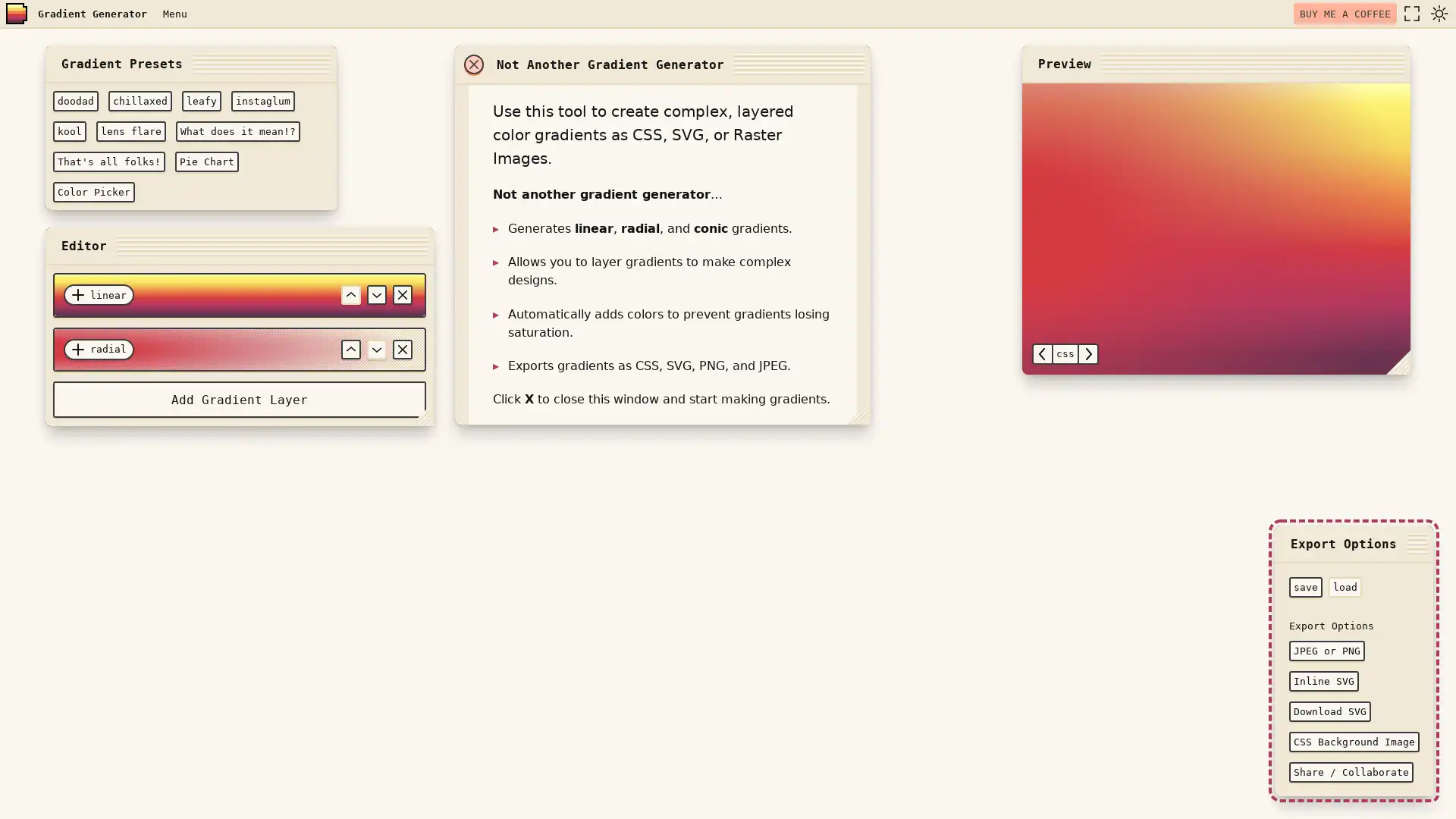 This screenshot has width=1456, height=819. What do you see at coordinates (1354, 740) in the screenshot?
I see `CSS Background Image` at bounding box center [1354, 740].